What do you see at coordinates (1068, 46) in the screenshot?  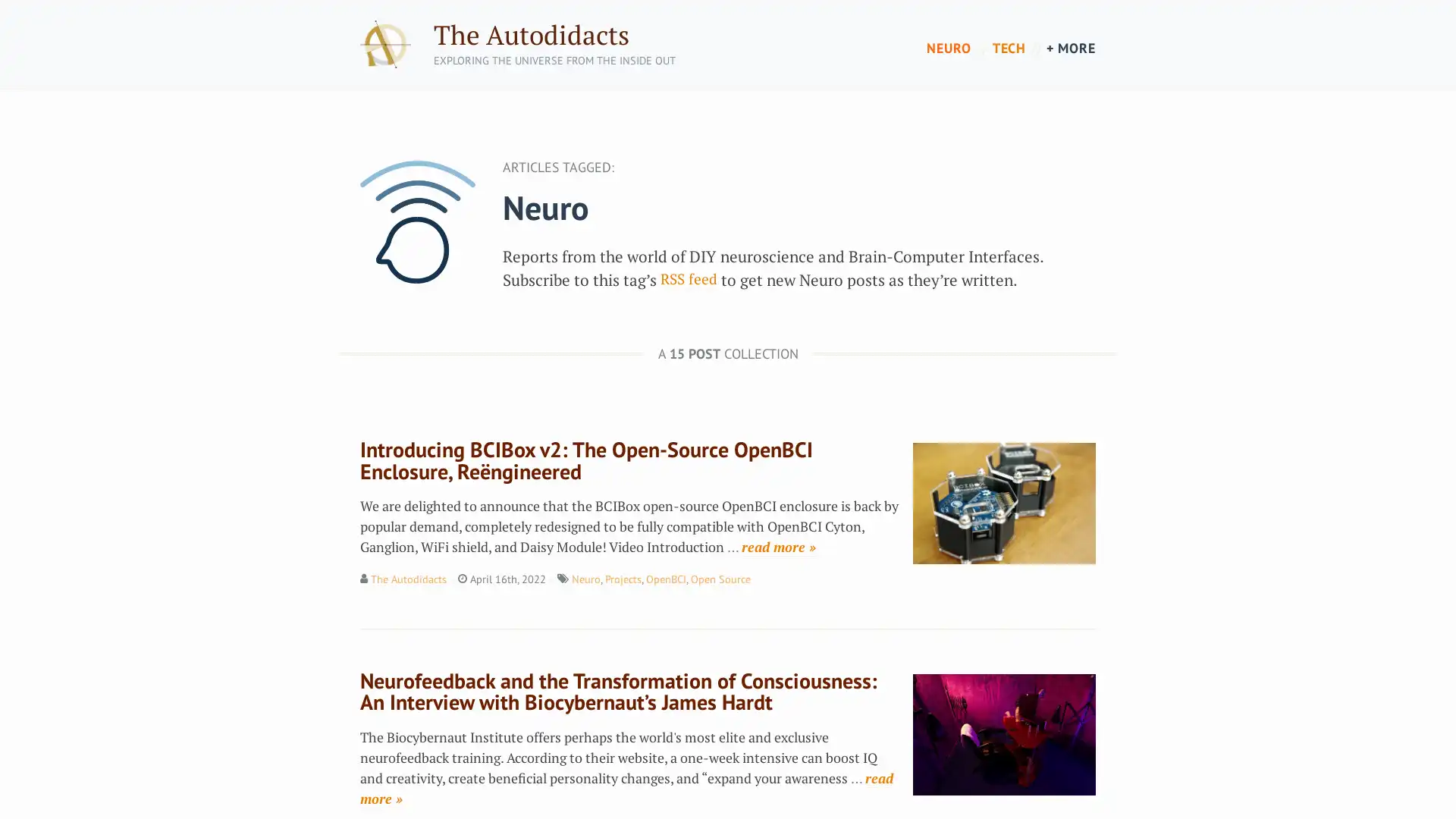 I see `+ MORE` at bounding box center [1068, 46].